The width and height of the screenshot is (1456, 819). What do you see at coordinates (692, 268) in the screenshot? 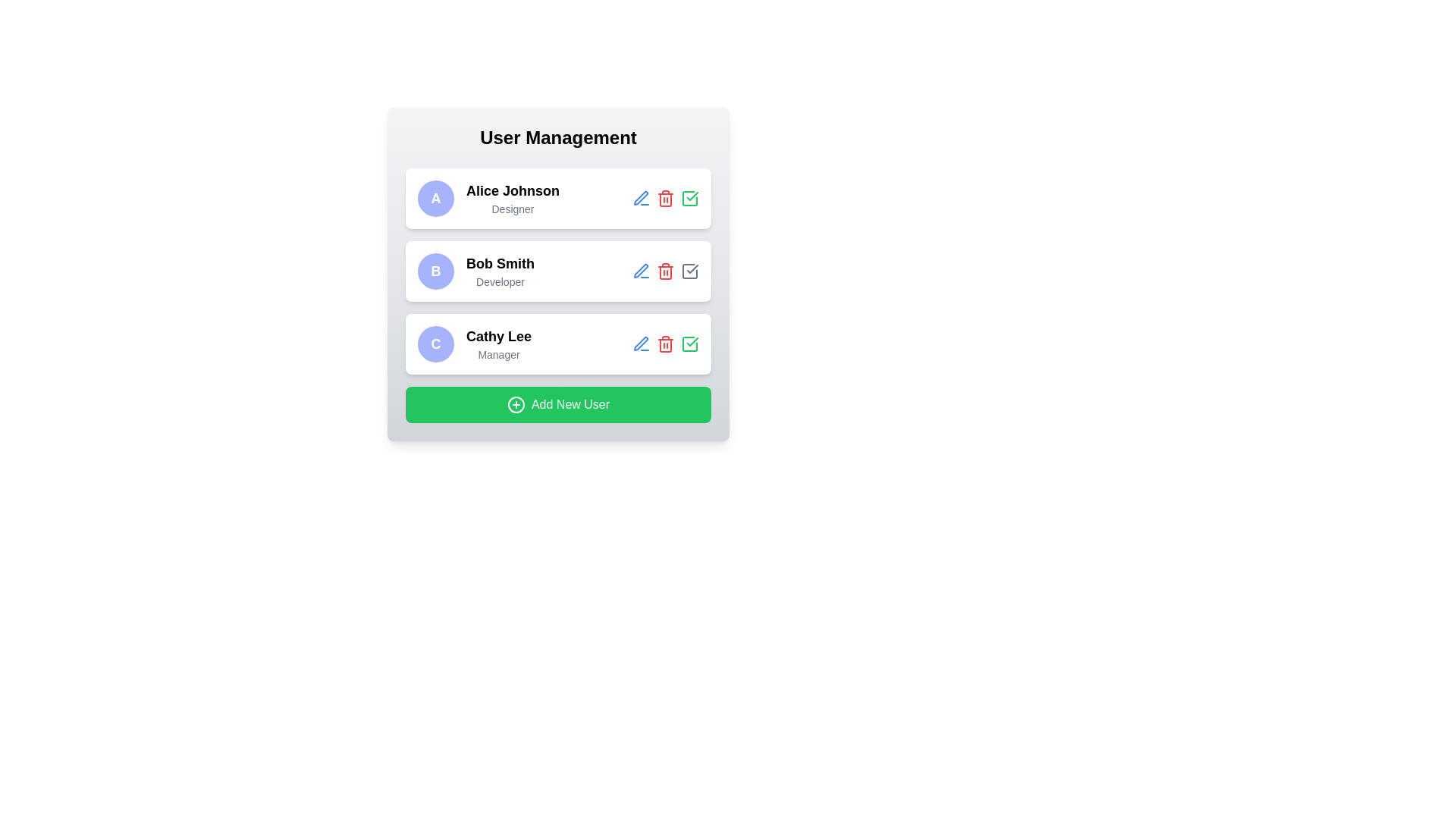
I see `the confirmation icon next to 'Alice Johnson' in the control panel for more information` at bounding box center [692, 268].